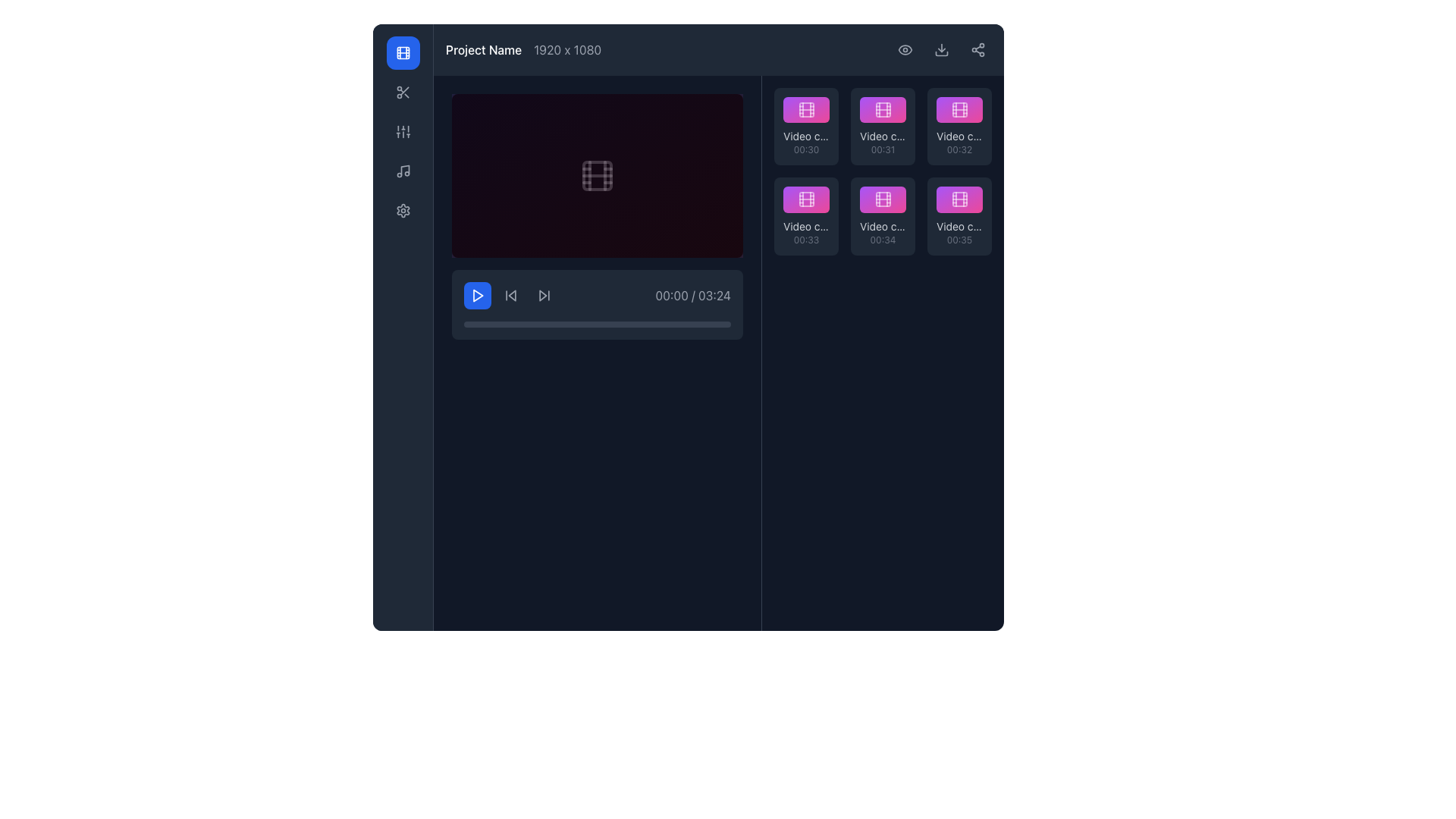 The image size is (1456, 819). I want to click on the play button on the Media Control Bar, so click(596, 304).